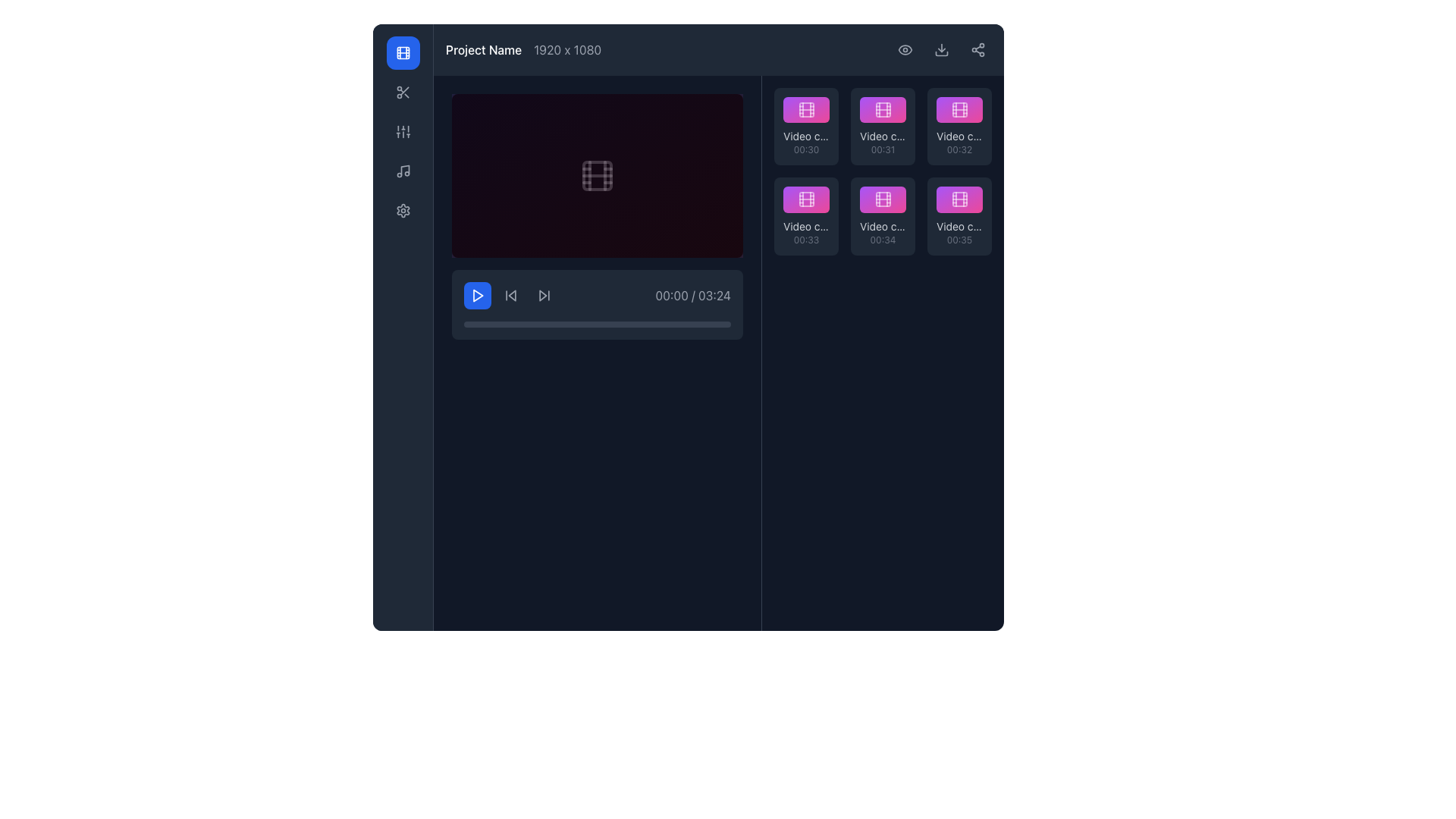 The image size is (1456, 819). I want to click on the play button on the Media Control Bar, so click(596, 304).